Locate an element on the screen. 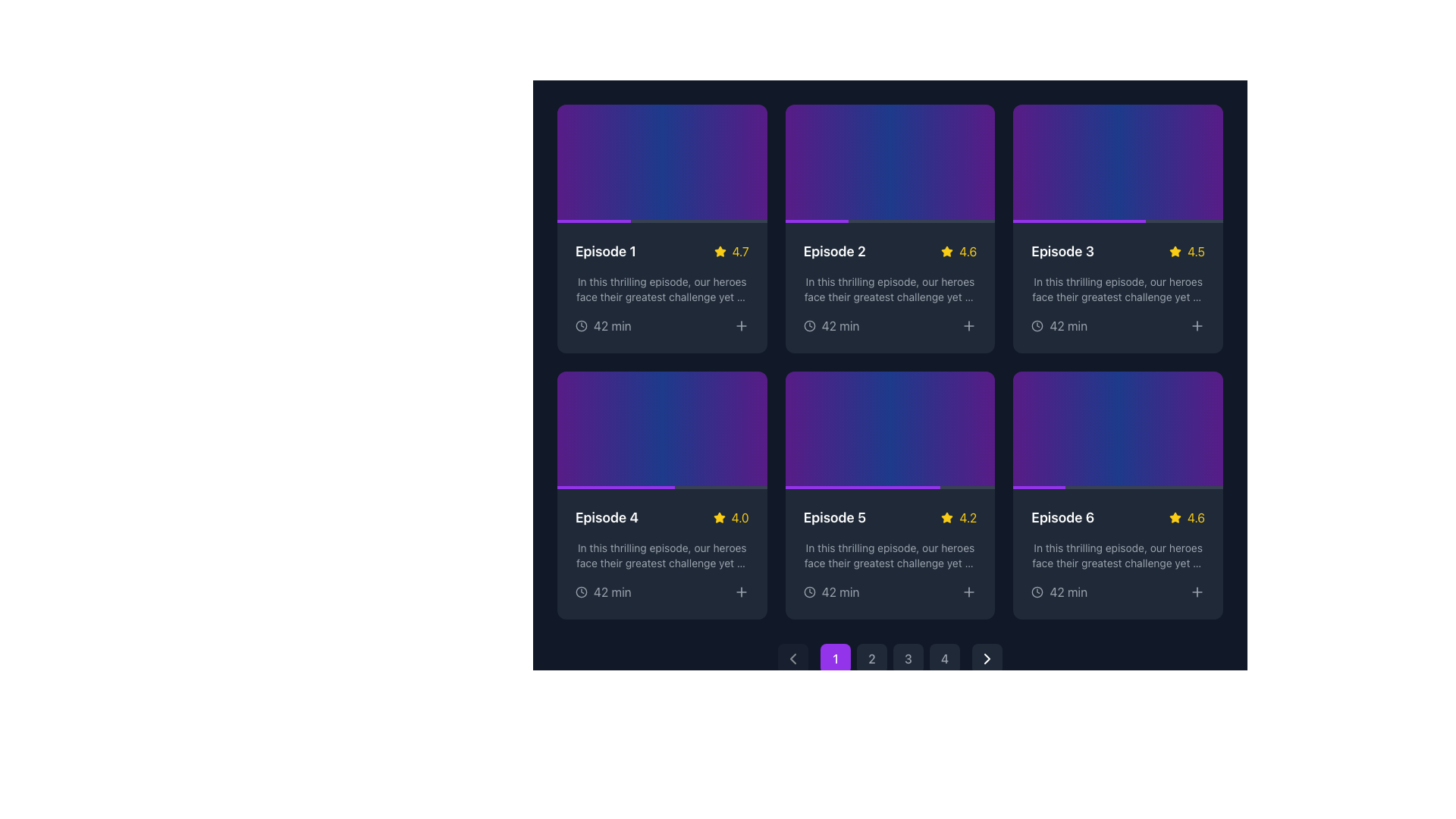 The height and width of the screenshot is (819, 1456). the progress indication bar located at the bottom of the 'Episode 2' card in the grid layout is located at coordinates (816, 221).